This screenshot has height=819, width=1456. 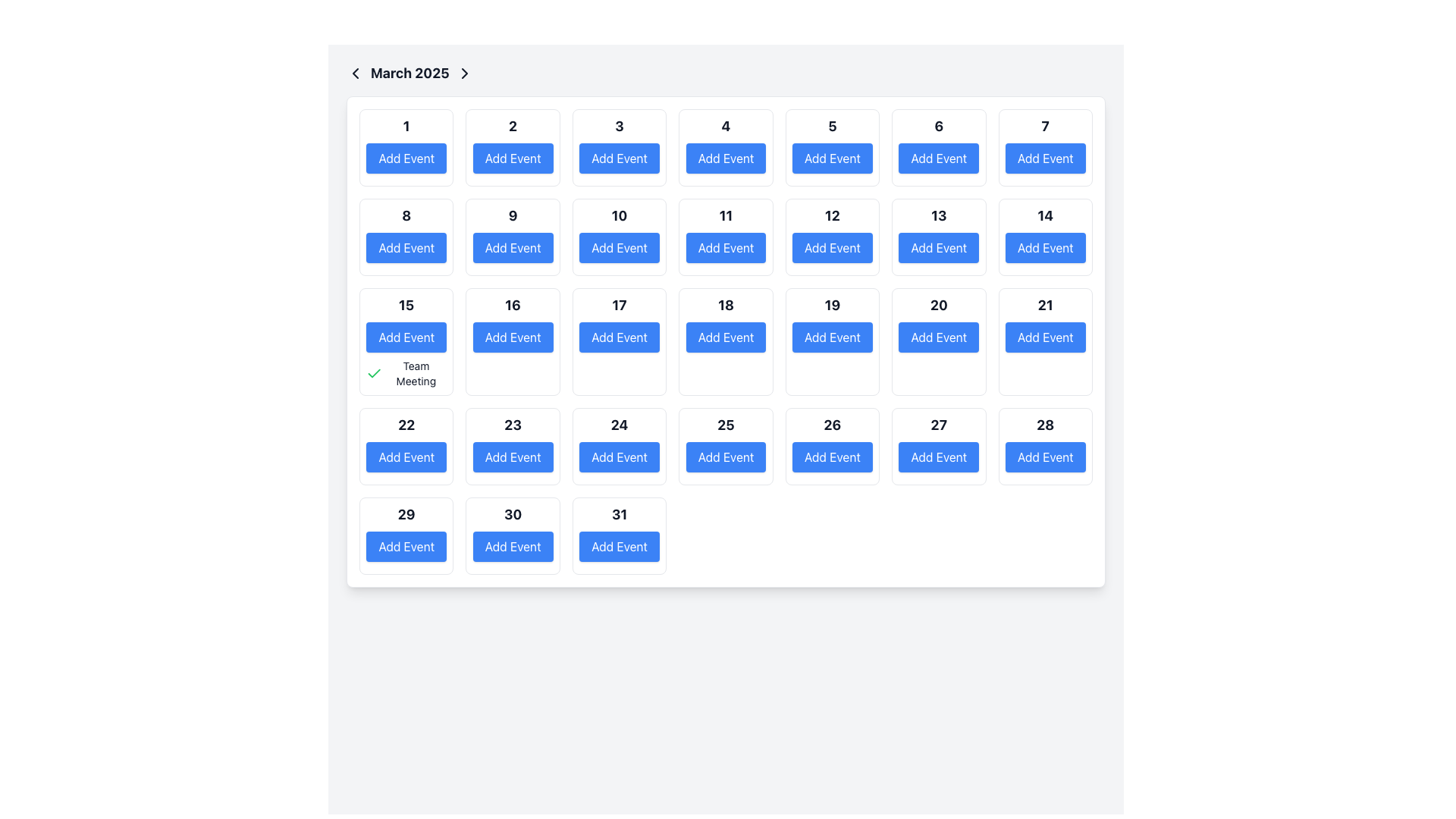 I want to click on the text label indicating the 27th day within the calendar interface, located at the bottom-right corner of the grid layout, above the 'Add Event' button, so click(x=938, y=425).